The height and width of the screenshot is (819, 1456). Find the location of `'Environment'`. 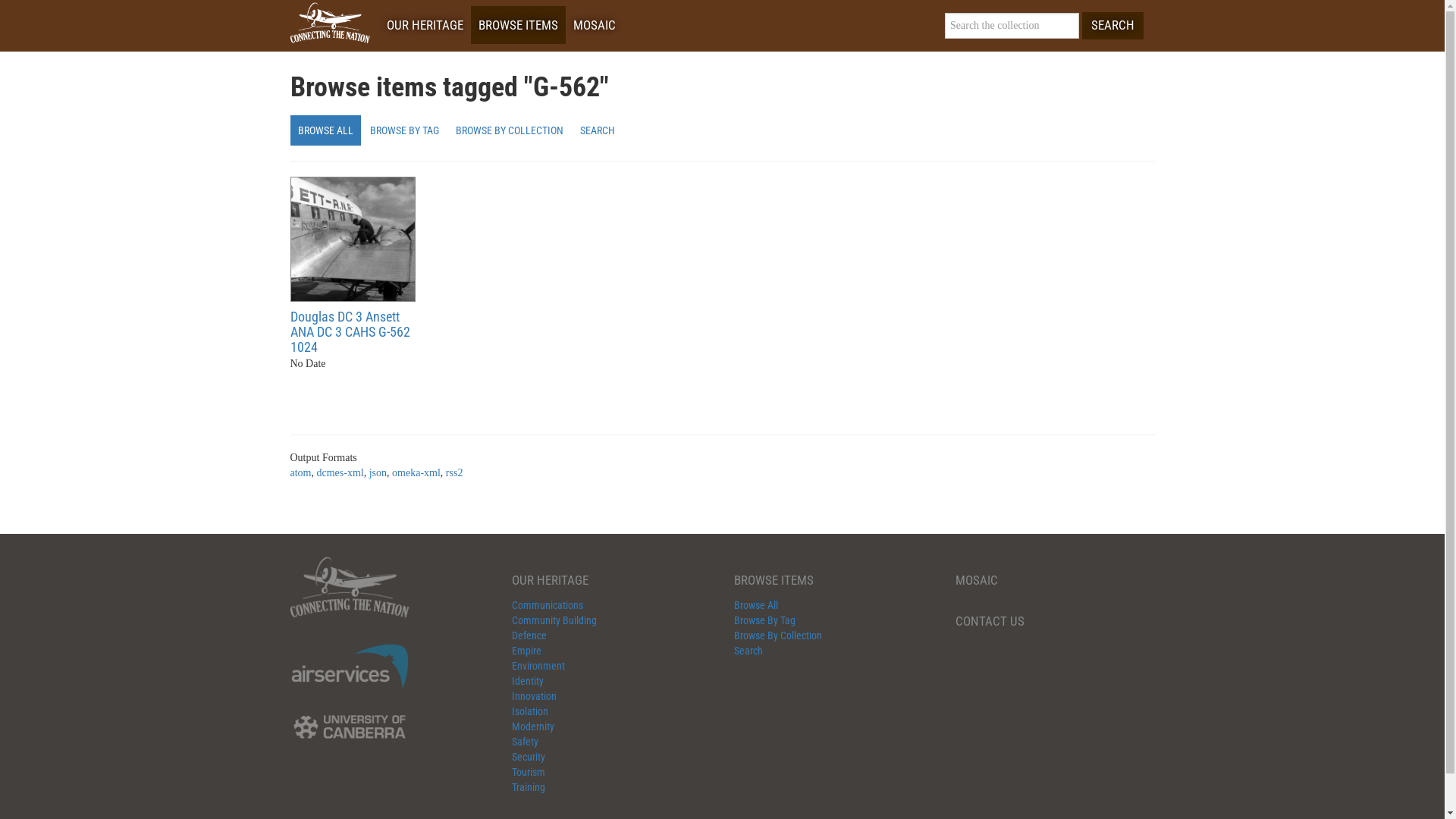

'Environment' is located at coordinates (538, 665).